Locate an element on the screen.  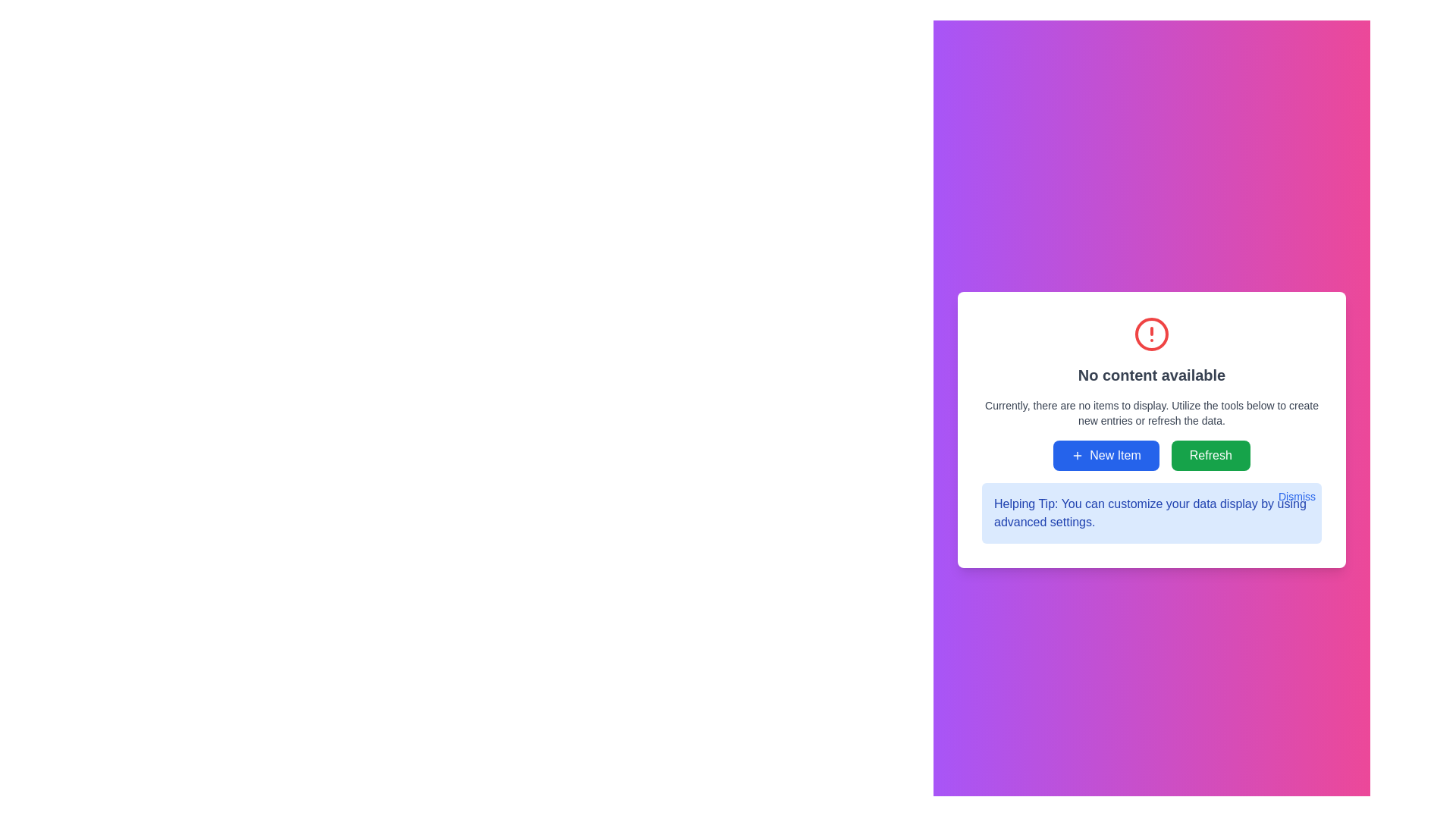
the 'Dismiss' button is located at coordinates (1296, 497).